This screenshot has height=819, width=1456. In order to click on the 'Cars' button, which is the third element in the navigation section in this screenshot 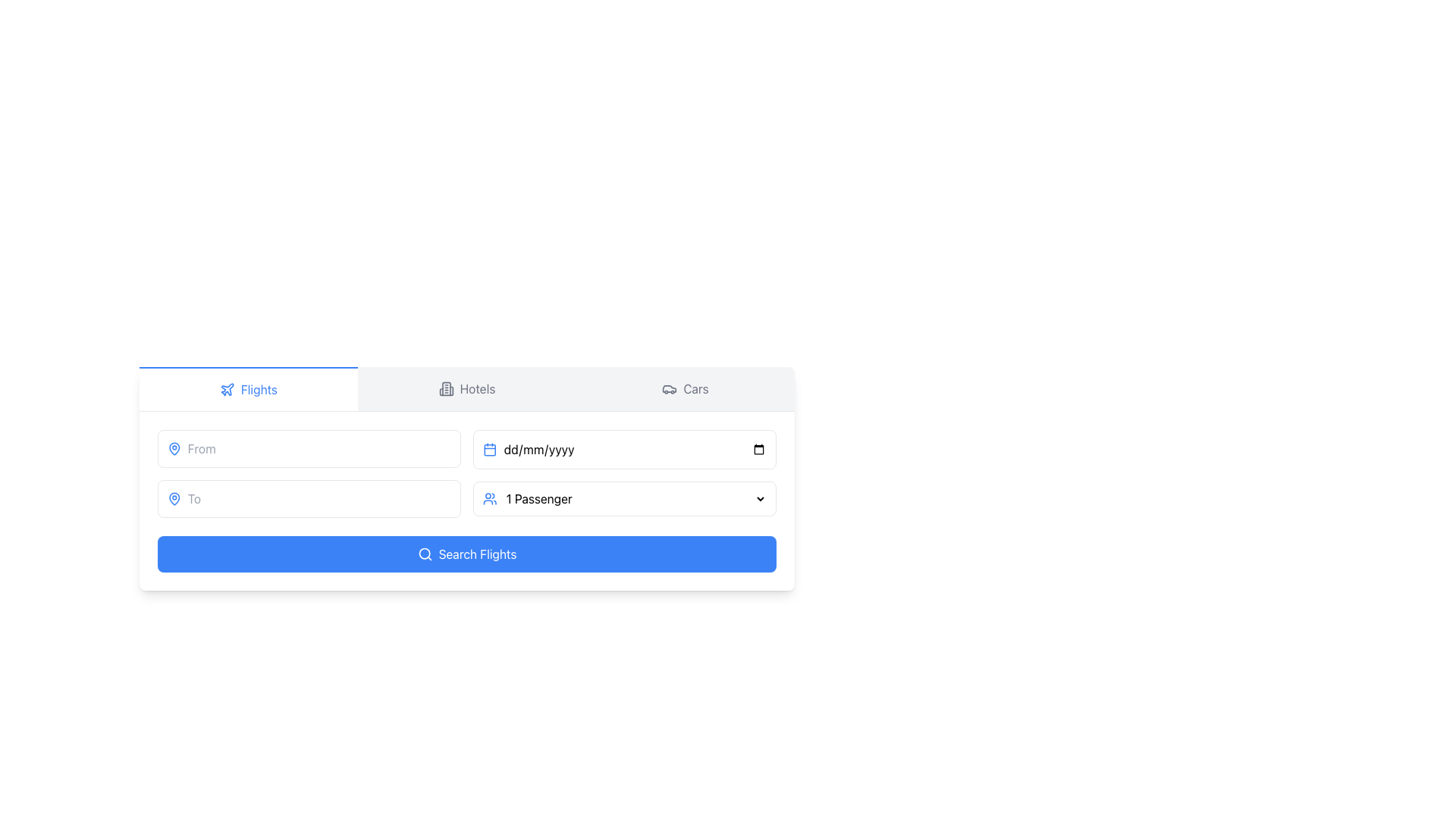, I will do `click(684, 388)`.